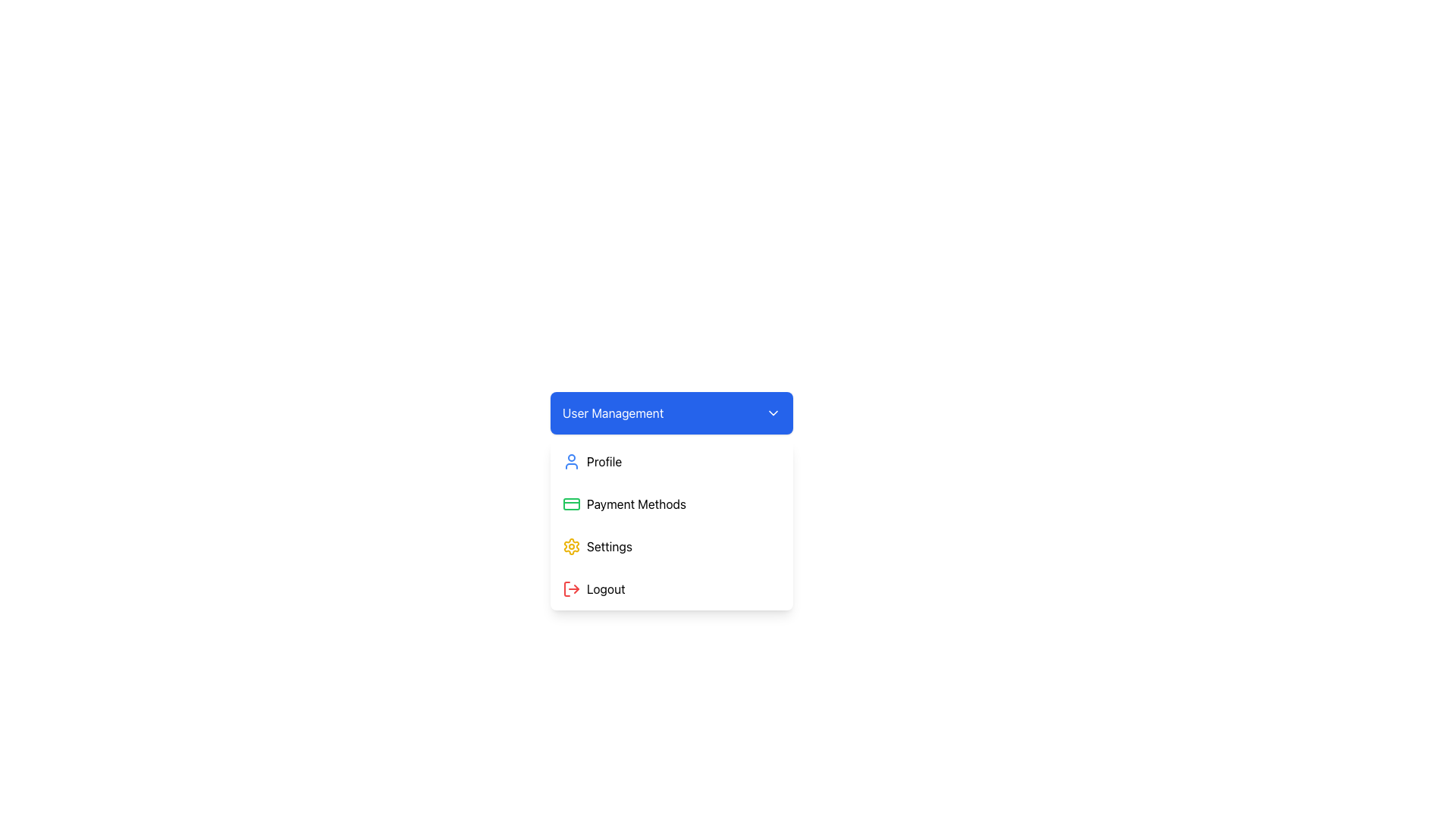  What do you see at coordinates (605, 588) in the screenshot?
I see `the 'Logout' text label in the User Management dropdown menu` at bounding box center [605, 588].